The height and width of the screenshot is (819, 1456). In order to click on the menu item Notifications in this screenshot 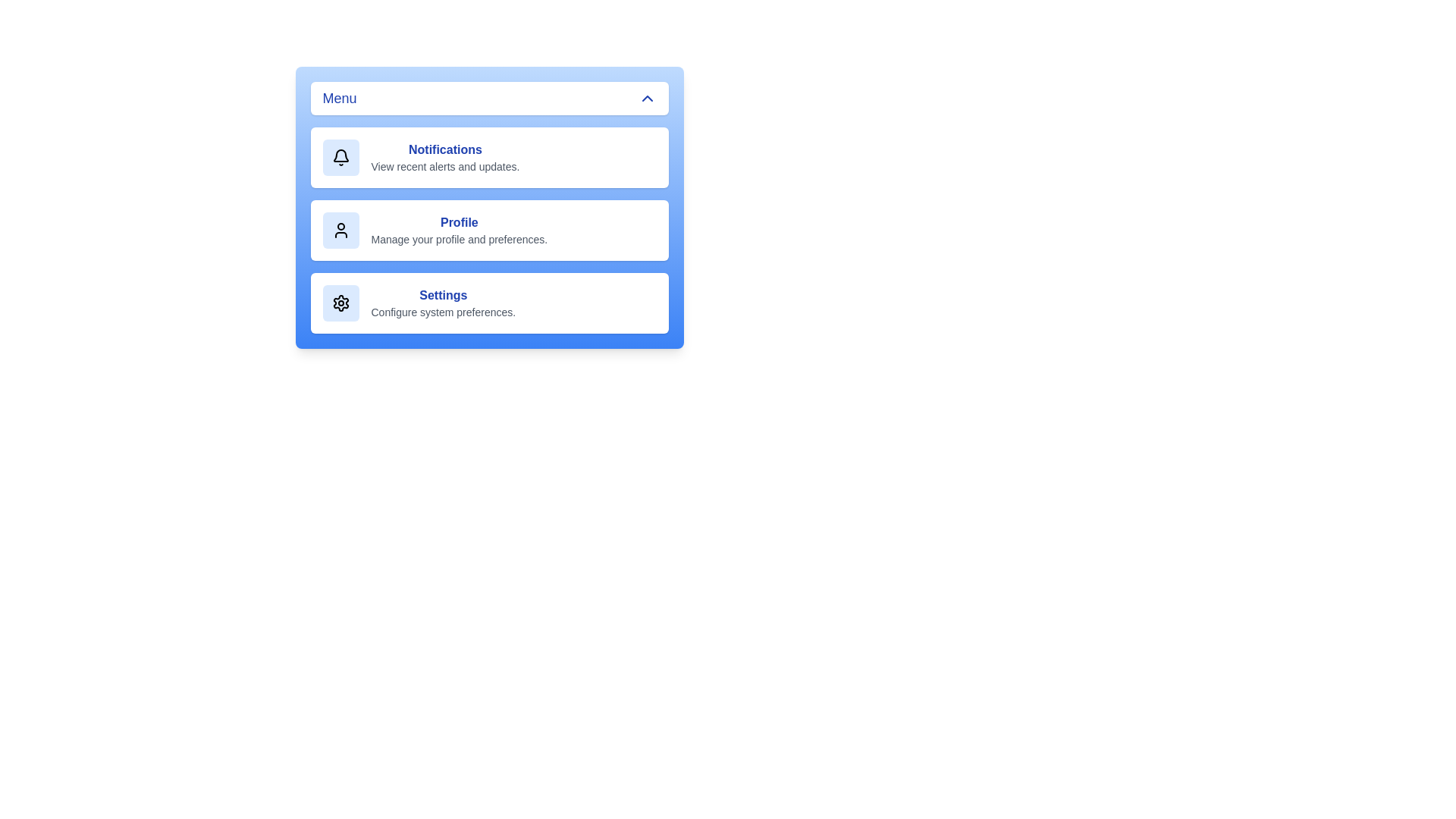, I will do `click(489, 158)`.